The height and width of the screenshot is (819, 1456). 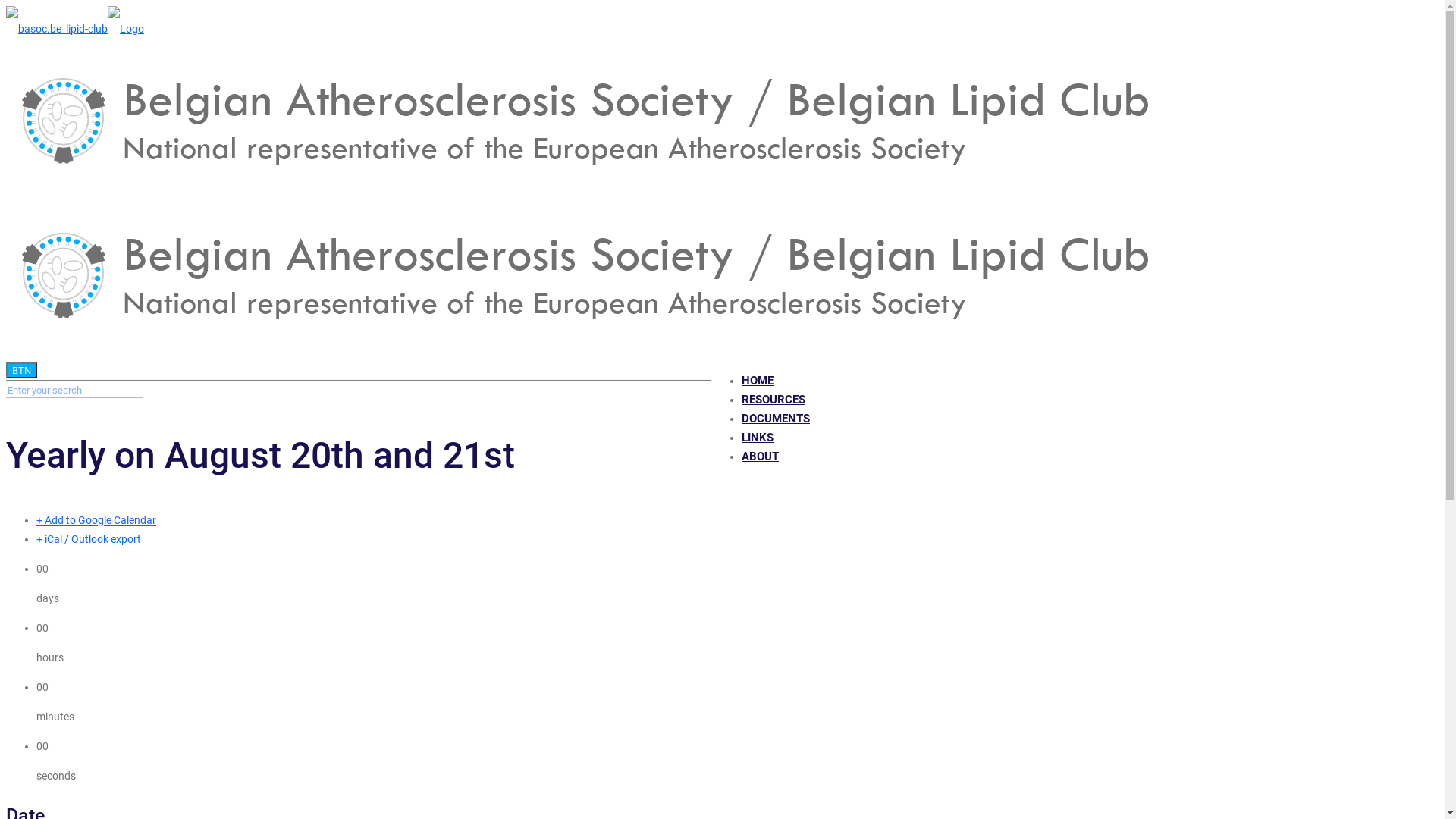 What do you see at coordinates (757, 379) in the screenshot?
I see `'HOME'` at bounding box center [757, 379].